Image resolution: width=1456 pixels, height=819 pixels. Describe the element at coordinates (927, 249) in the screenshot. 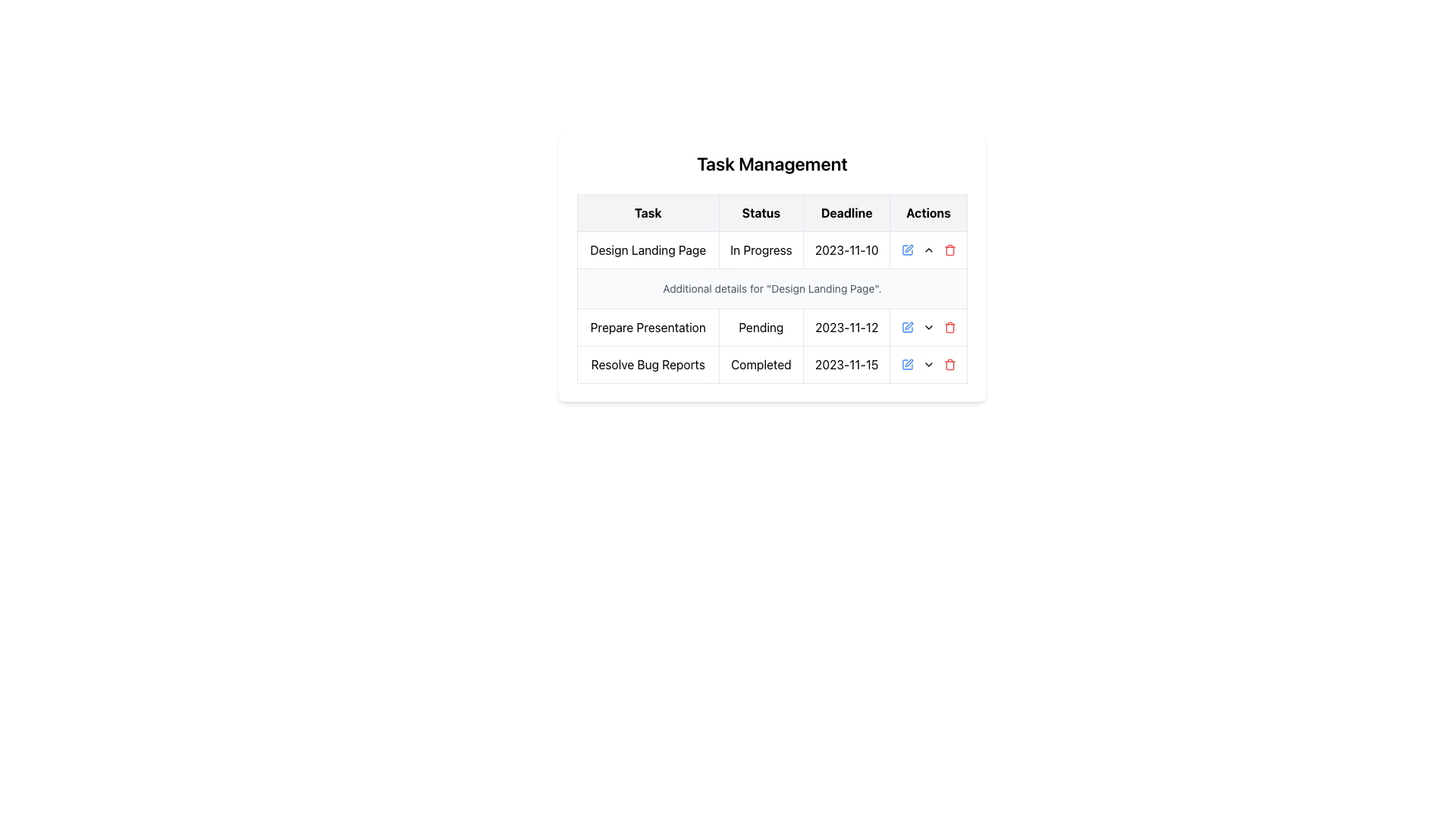

I see `the small upward-pointing chevron icon in the third row of the 'Actions' column of the table` at that location.